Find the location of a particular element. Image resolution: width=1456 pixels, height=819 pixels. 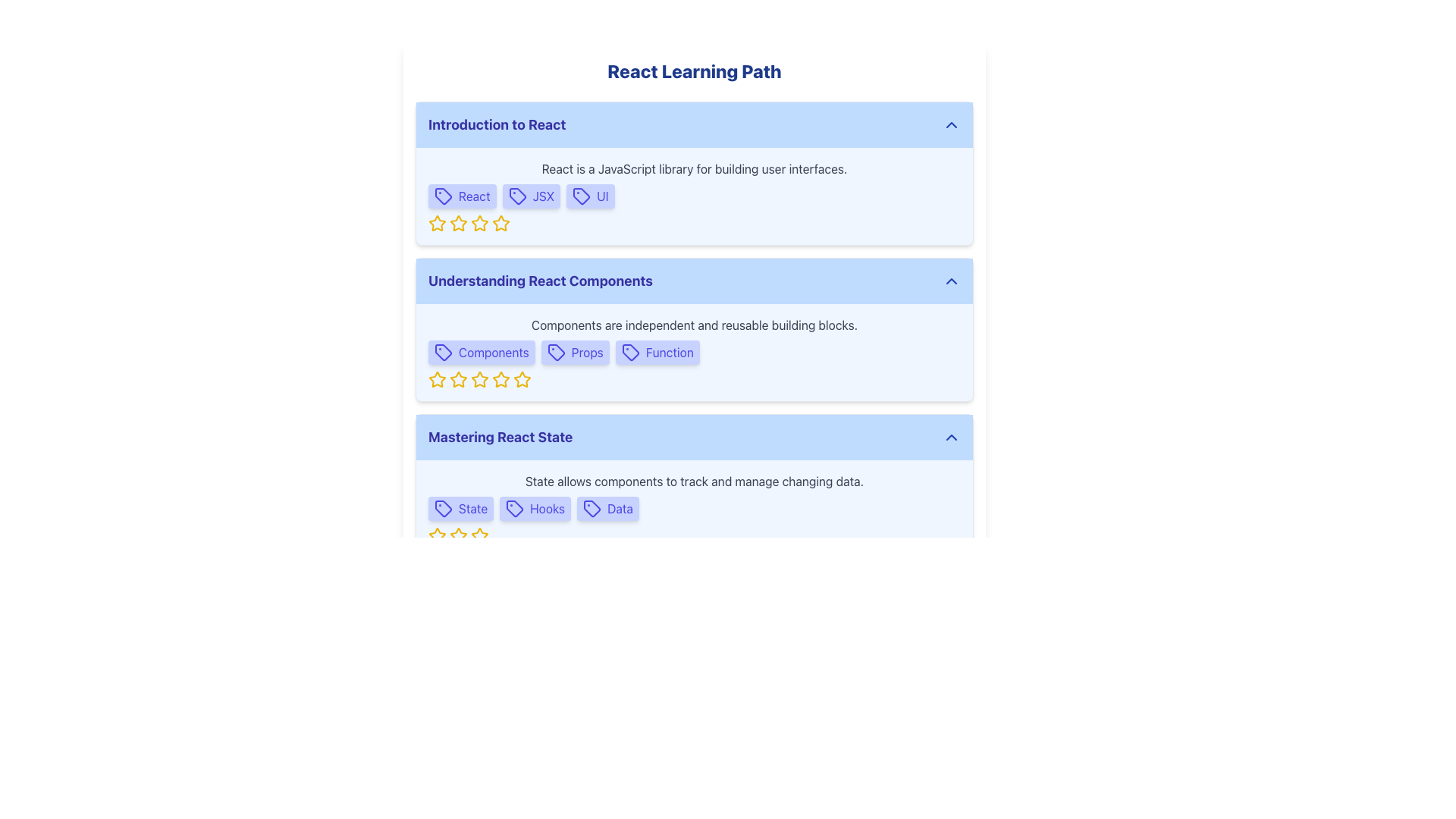

the fifth rating star icon representing a rating of 5 out of 5, located below the 'Introduction to React' section is located at coordinates (501, 223).